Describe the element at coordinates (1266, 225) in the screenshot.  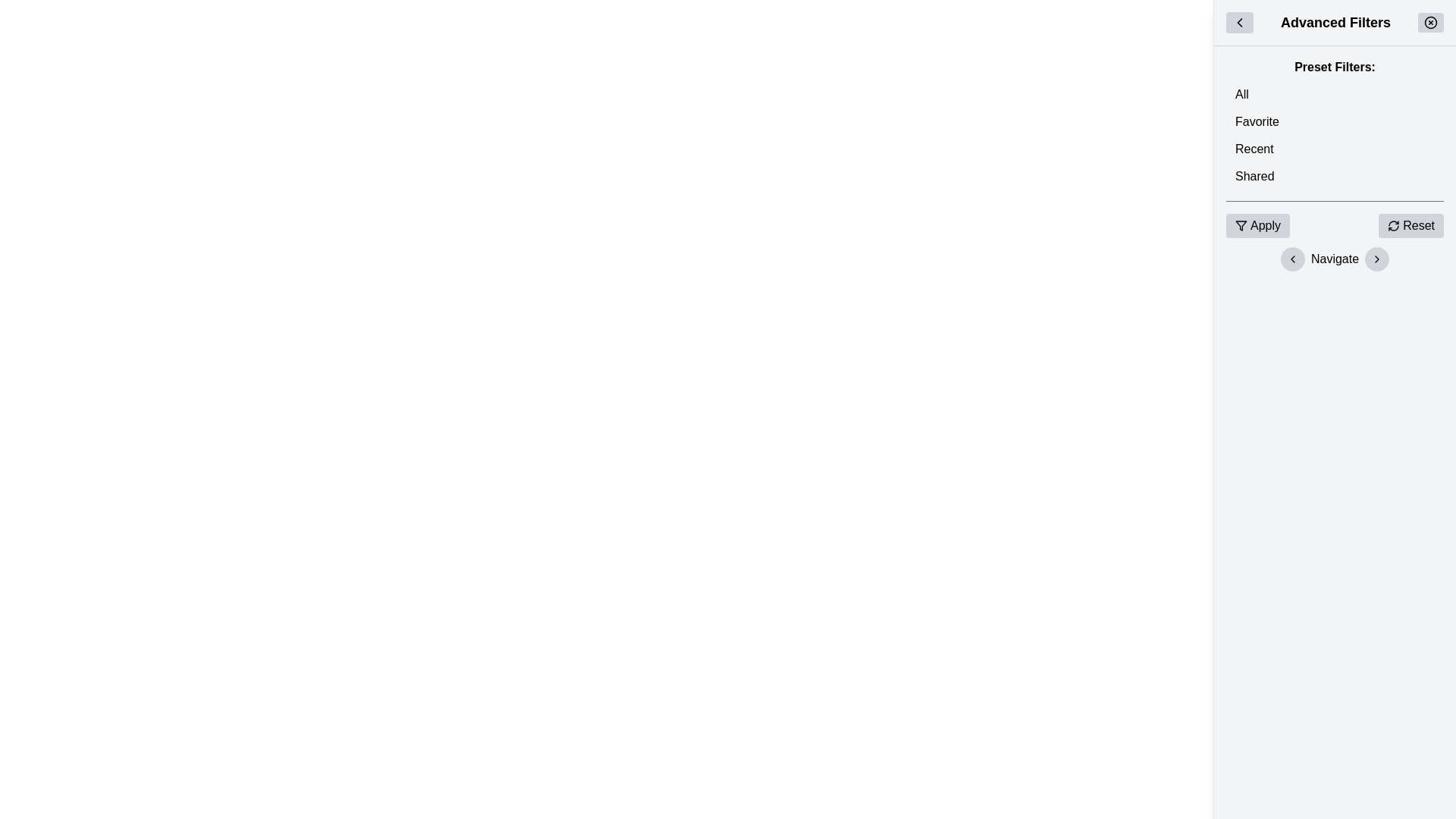
I see `the 'Apply' text label within the button that applies selected filters, located in the Advanced Filters section of the sidebar` at that location.